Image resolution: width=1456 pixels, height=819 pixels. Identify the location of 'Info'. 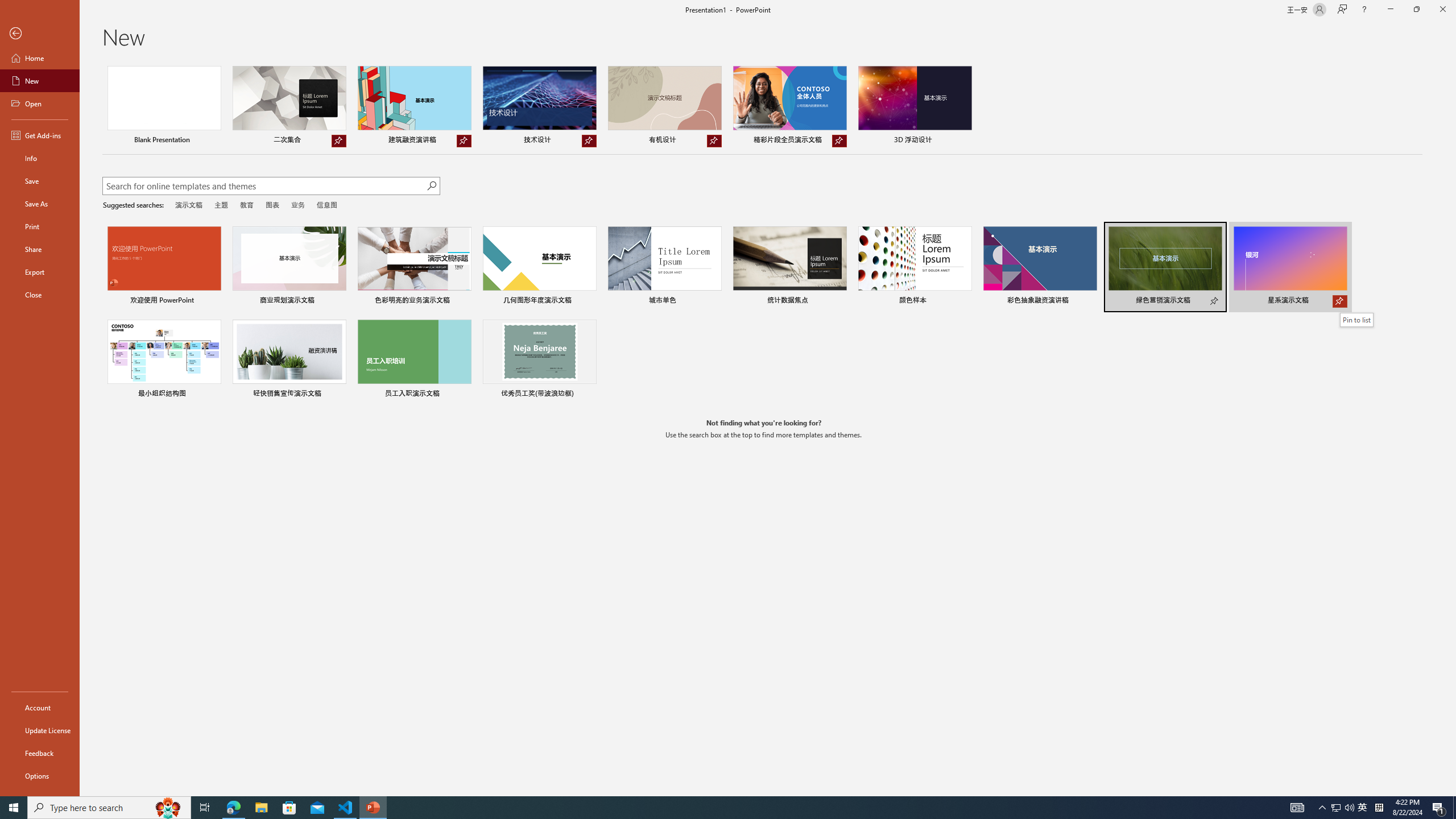
(39, 157).